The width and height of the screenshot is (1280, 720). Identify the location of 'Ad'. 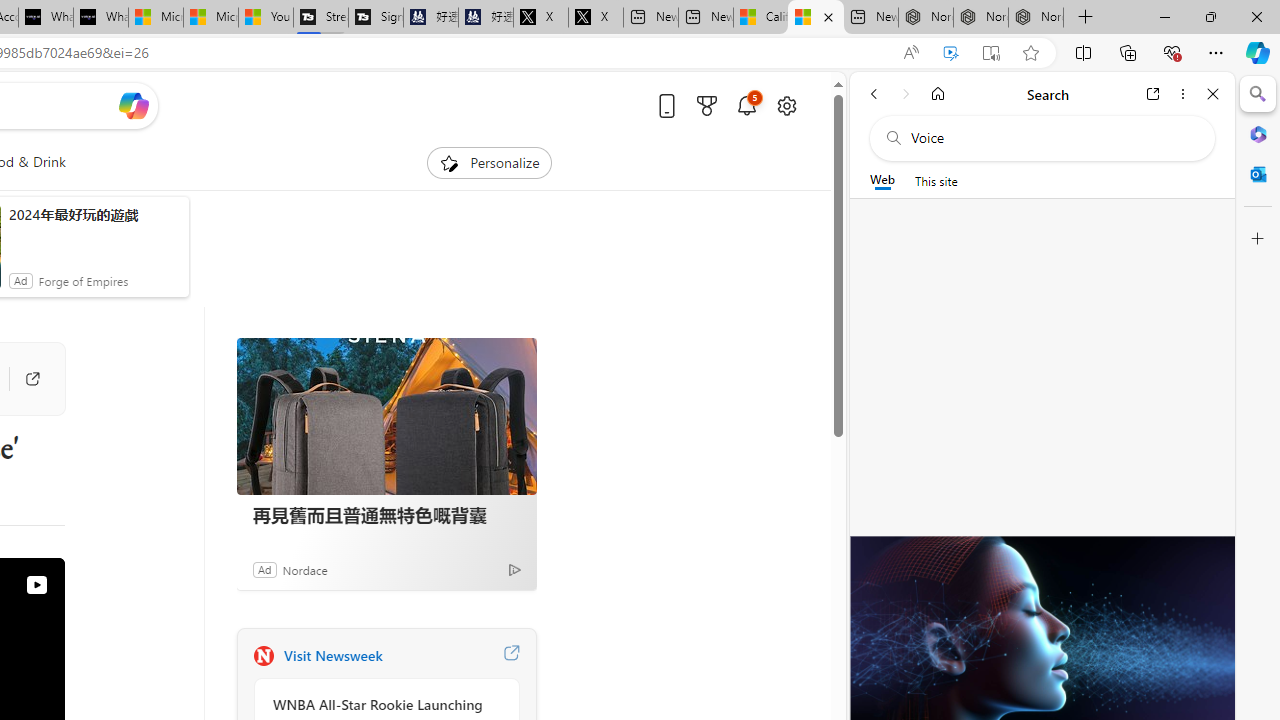
(263, 569).